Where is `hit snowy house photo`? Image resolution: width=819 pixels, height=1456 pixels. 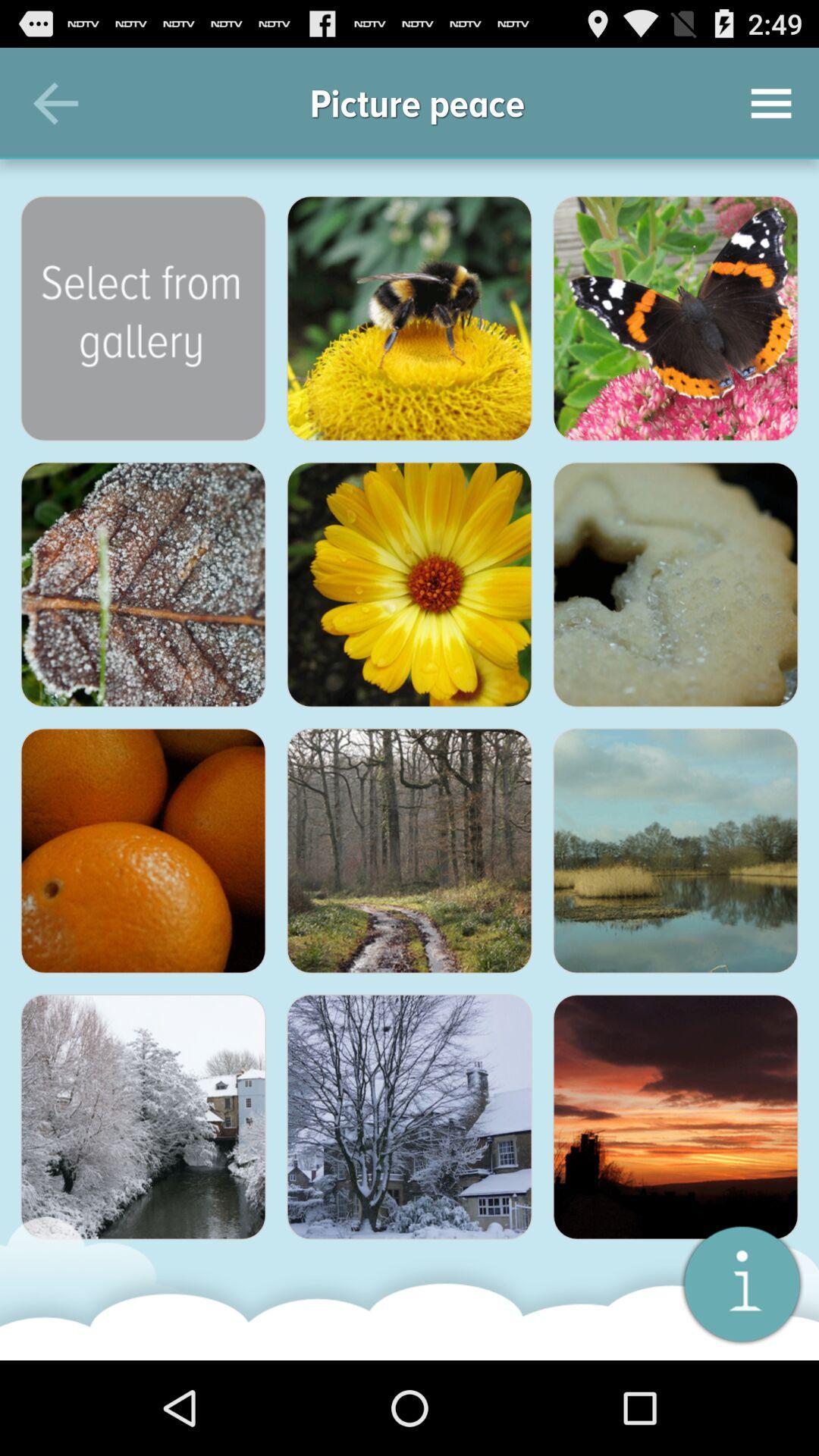
hit snowy house photo is located at coordinates (409, 1117).